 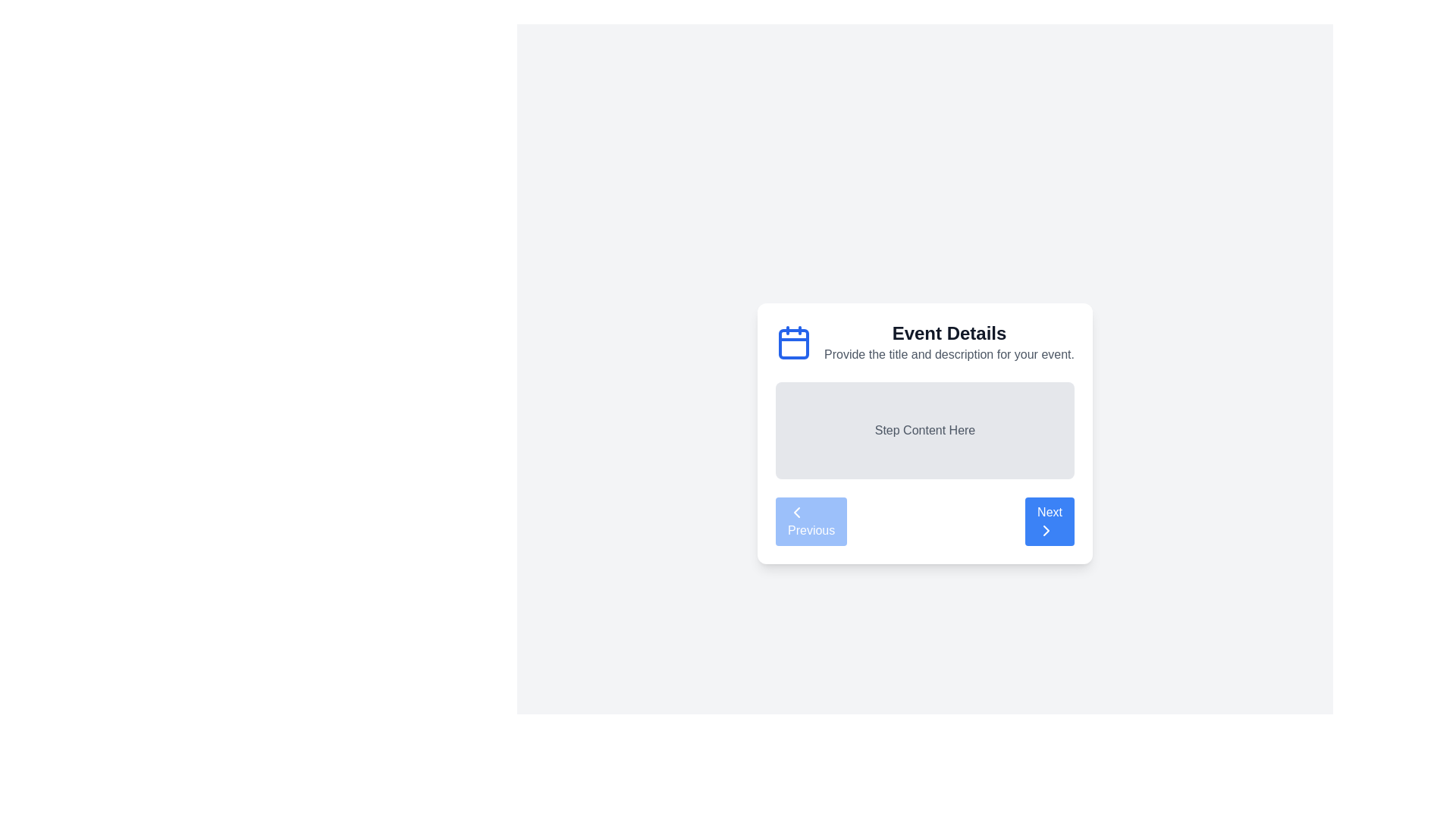 I want to click on the vector icon within the 'Next' button located at the bottom-right corner of the navigation interface, so click(x=1046, y=529).